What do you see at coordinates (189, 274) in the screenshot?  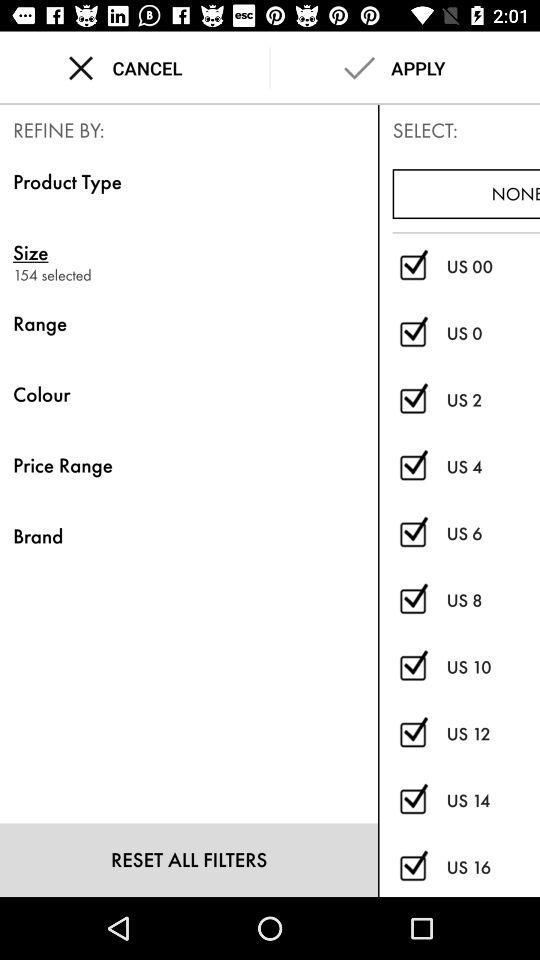 I see `154 selected icon` at bounding box center [189, 274].